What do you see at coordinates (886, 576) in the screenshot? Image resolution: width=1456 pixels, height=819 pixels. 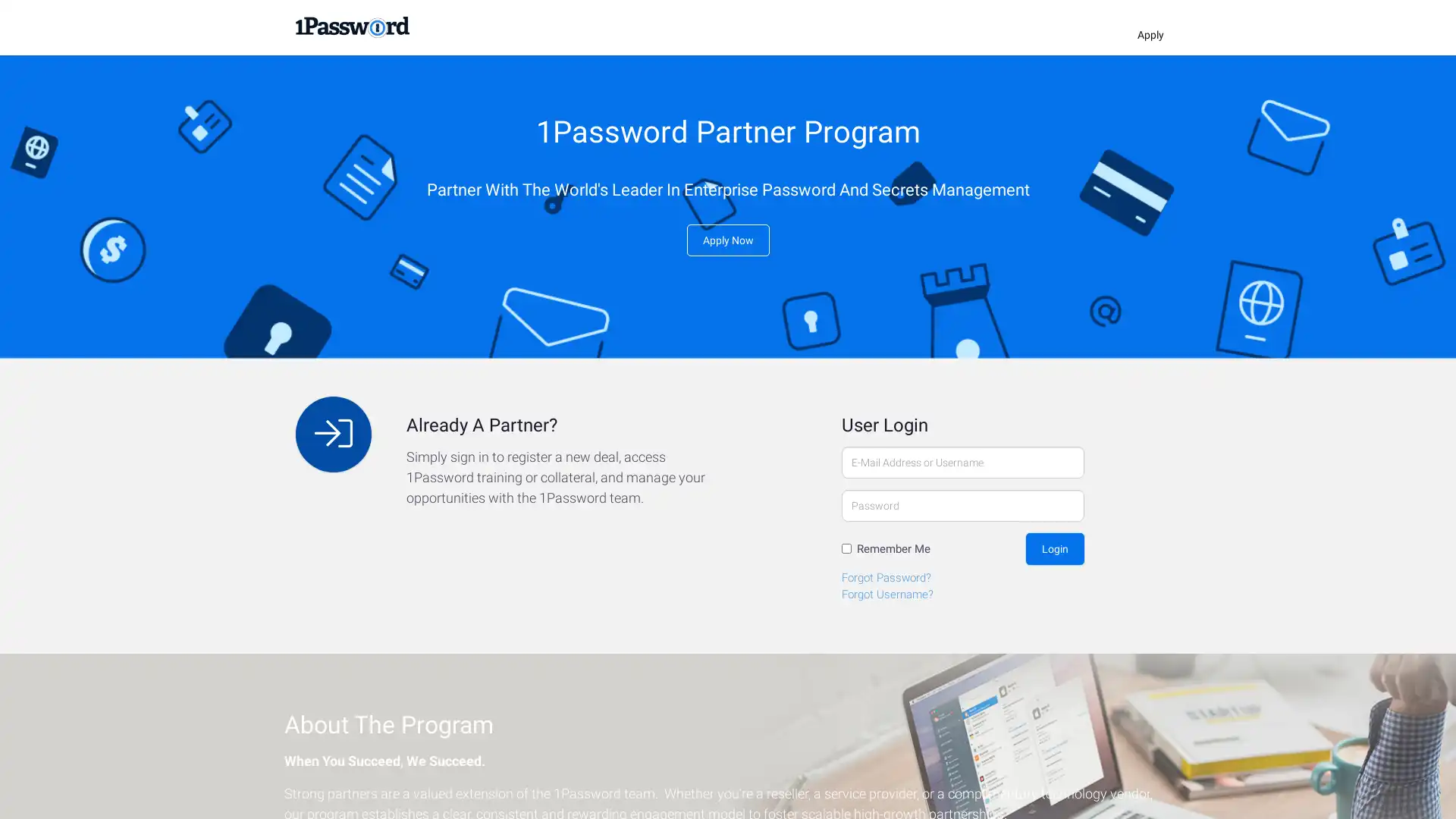 I see `Forgot Password?` at bounding box center [886, 576].